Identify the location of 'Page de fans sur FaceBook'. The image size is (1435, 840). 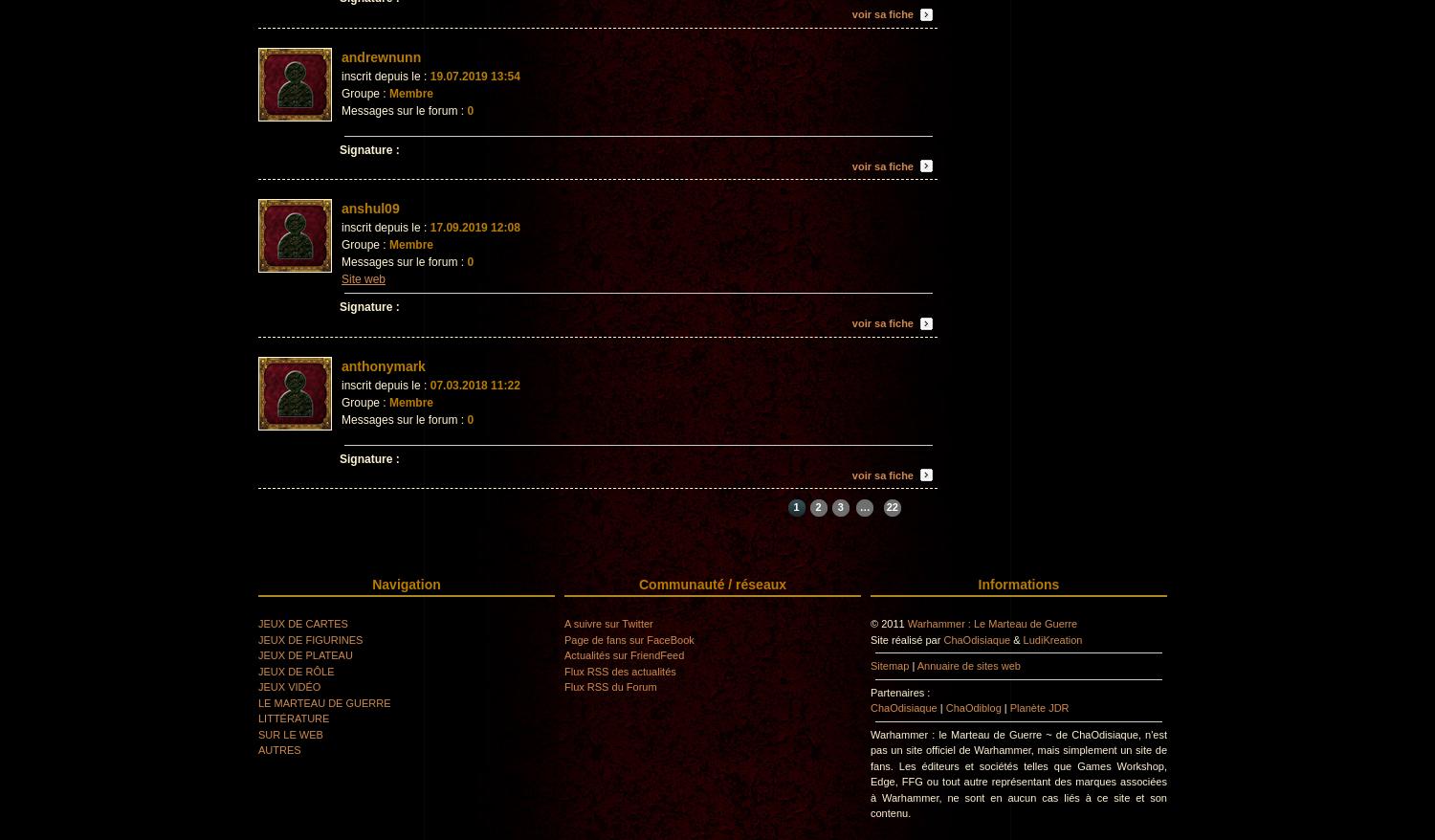
(629, 638).